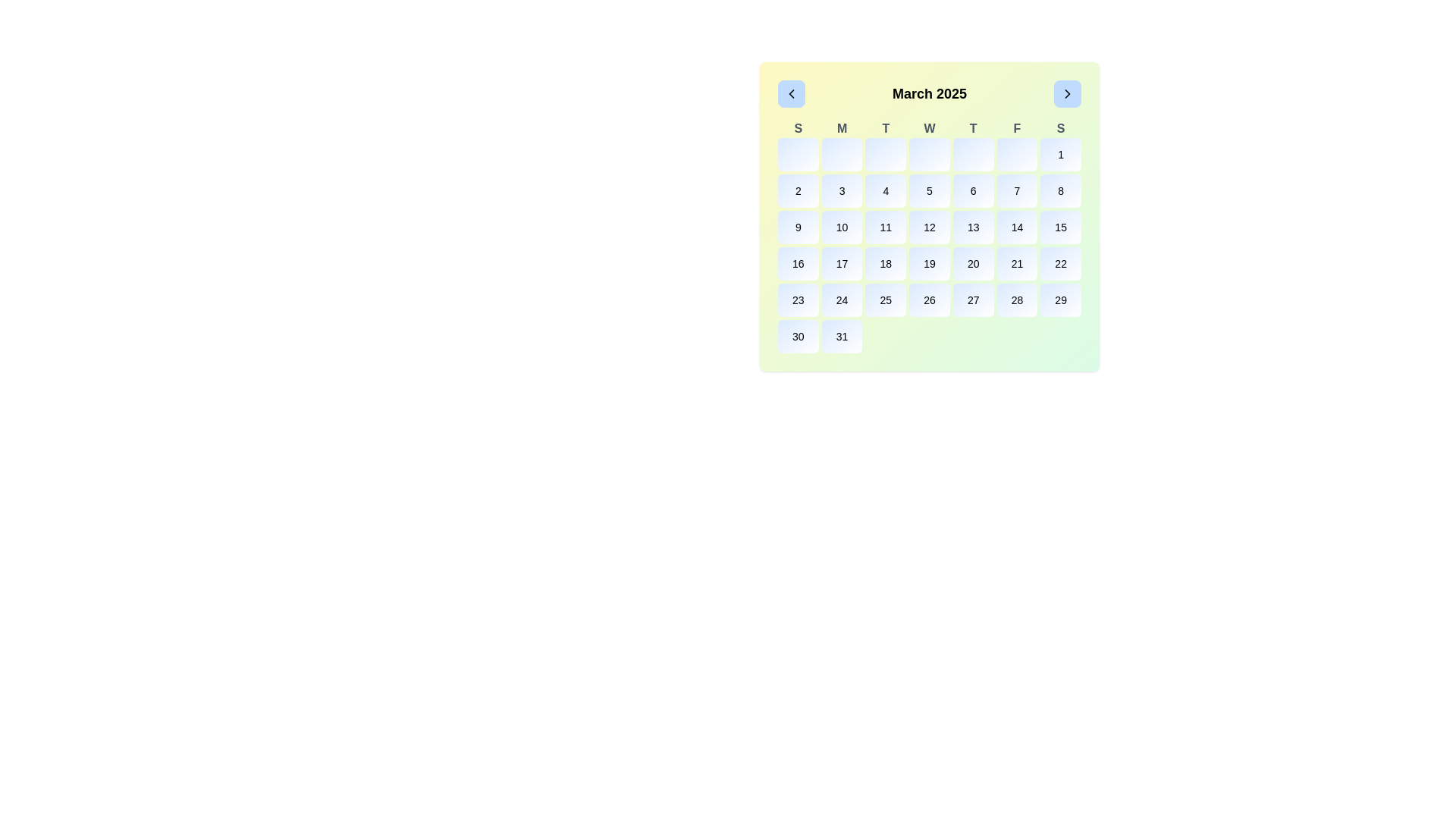 The height and width of the screenshot is (819, 1456). Describe the element at coordinates (1060, 155) in the screenshot. I see `the clickable calendar day box representing the first day of the month, which is styled with a rounded aesthetic and a gradient background transitioning from blue to white, containing the number '1' in black` at that location.